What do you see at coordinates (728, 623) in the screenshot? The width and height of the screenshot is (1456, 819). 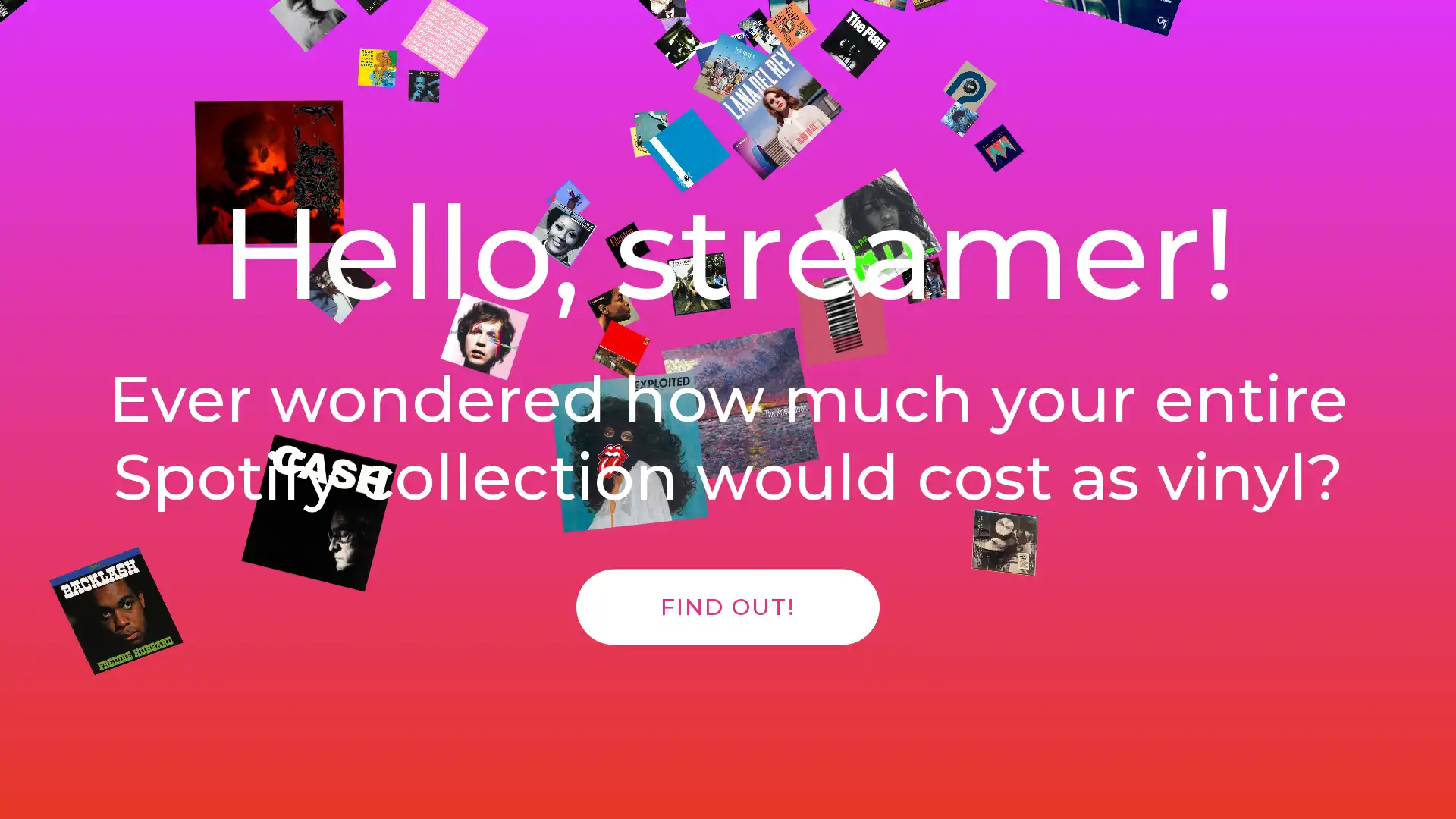 I see `FIND OUT!` at bounding box center [728, 623].